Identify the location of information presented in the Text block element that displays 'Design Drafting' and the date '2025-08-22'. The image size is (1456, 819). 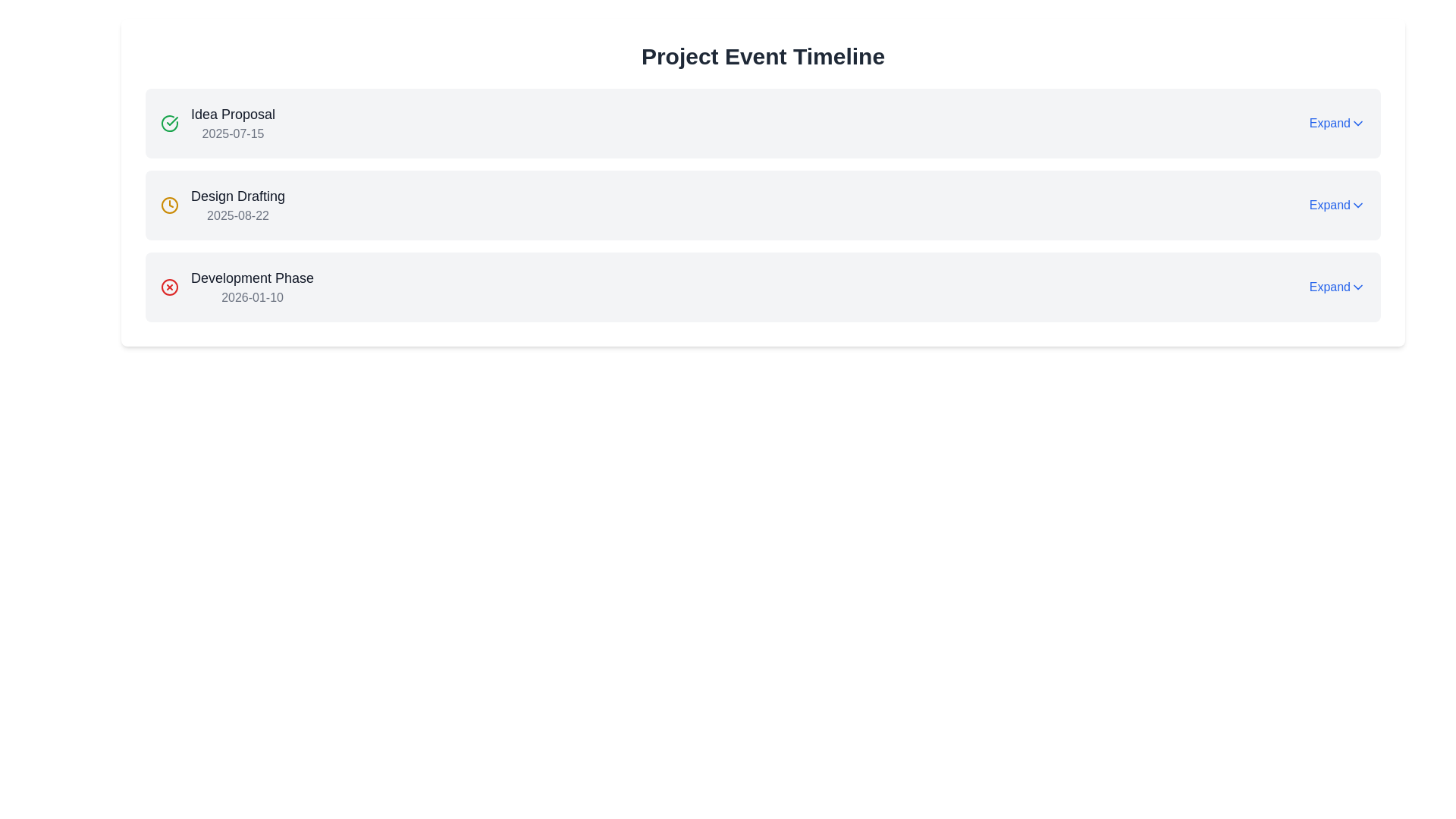
(237, 205).